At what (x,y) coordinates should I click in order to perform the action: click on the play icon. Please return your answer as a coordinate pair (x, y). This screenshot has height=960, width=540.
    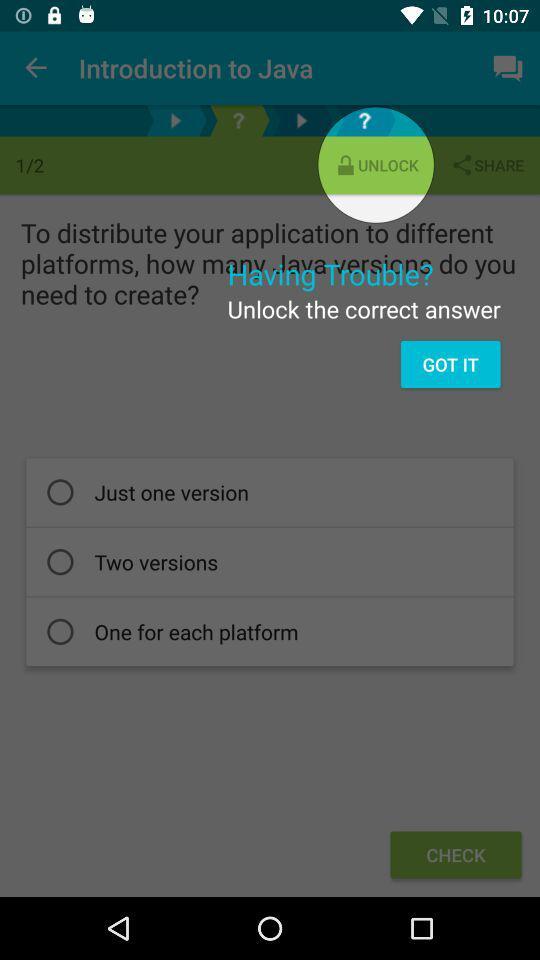
    Looking at the image, I should click on (175, 120).